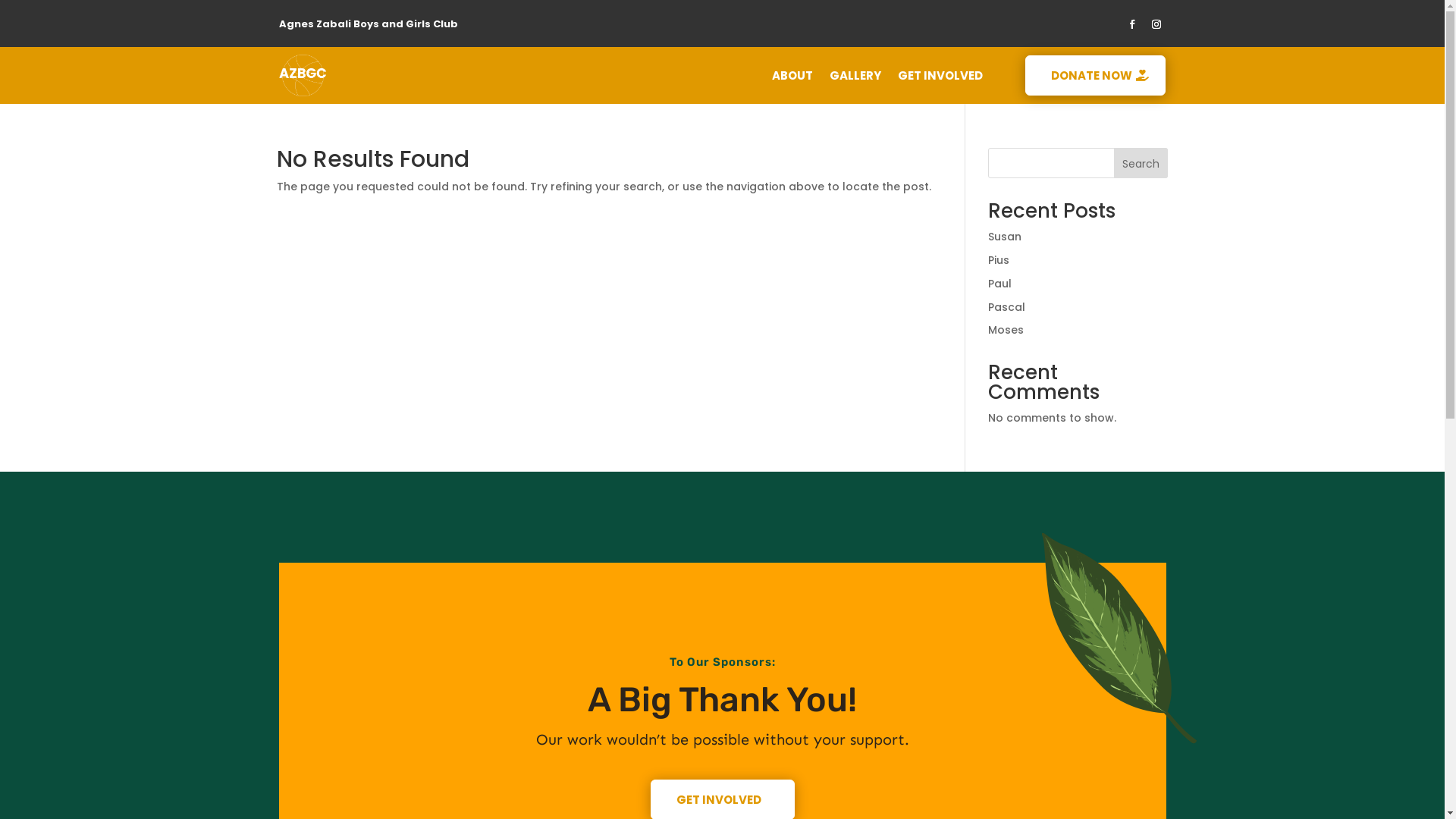 This screenshot has width=1456, height=819. What do you see at coordinates (1141, 163) in the screenshot?
I see `'Search'` at bounding box center [1141, 163].